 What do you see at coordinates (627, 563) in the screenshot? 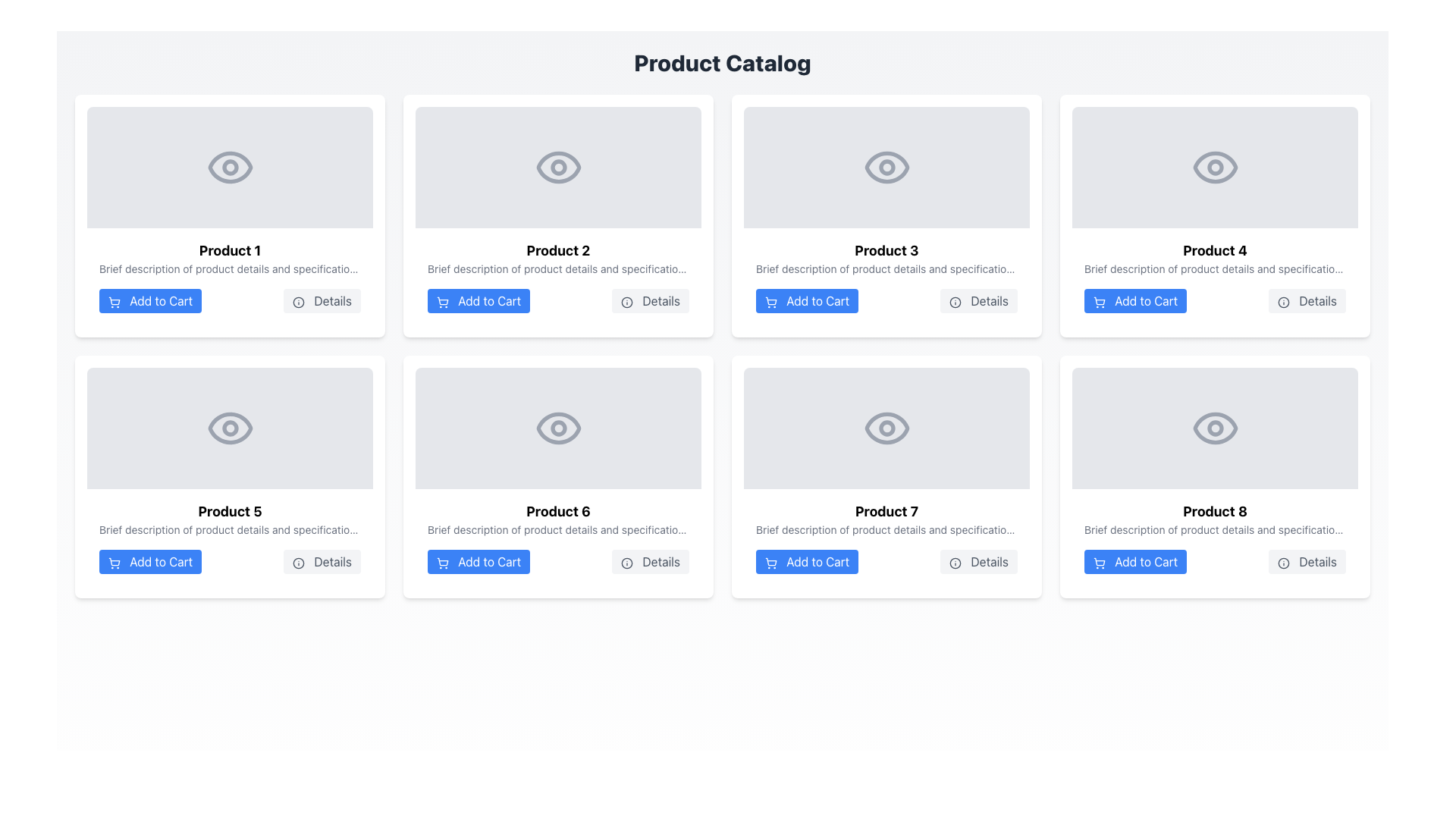
I see `the circle within the information icon located inside the 'Details' button of the 'Product 6' card, which is the second card in the second row of the product grid` at bounding box center [627, 563].